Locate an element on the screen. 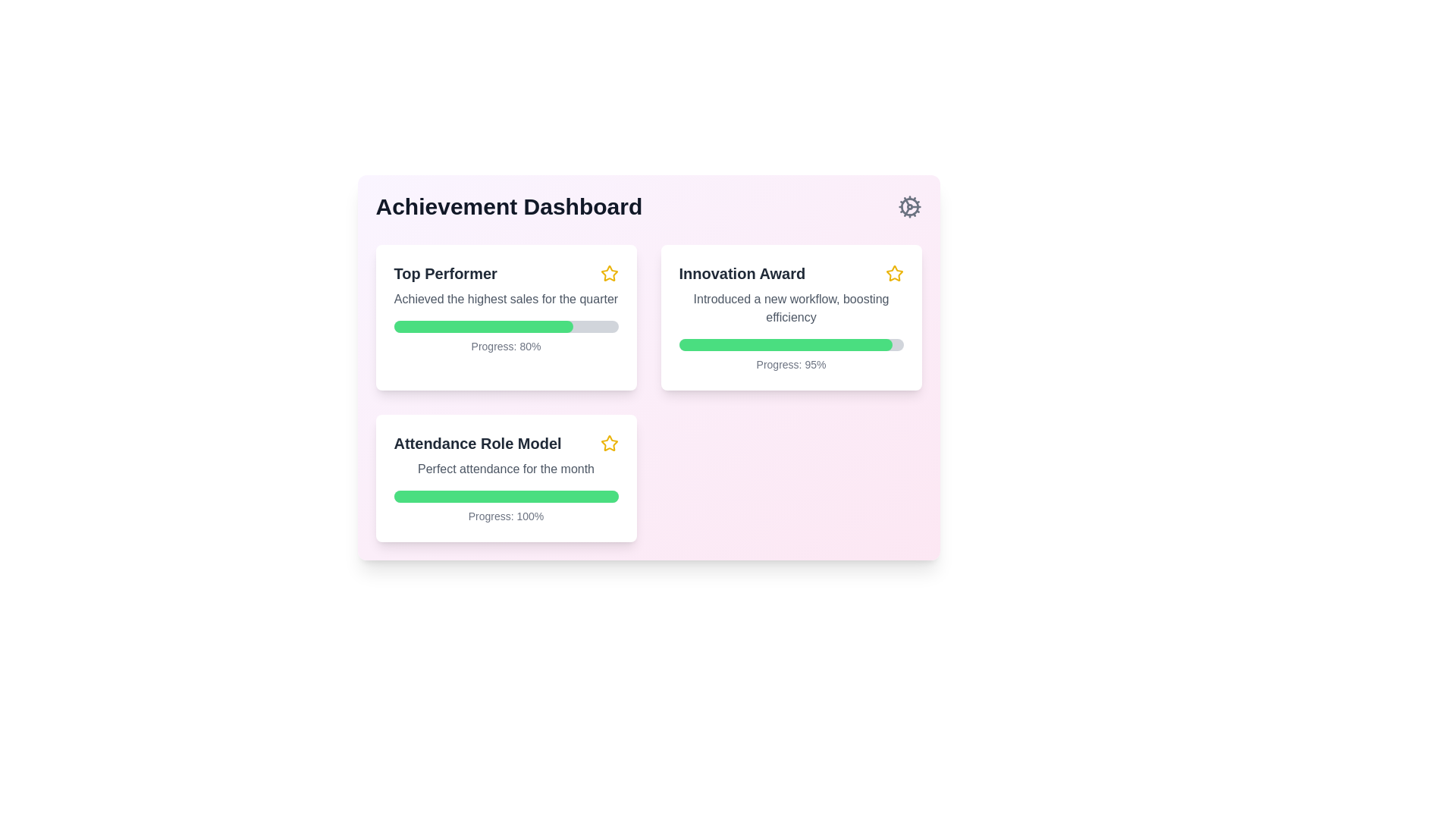 This screenshot has width=1456, height=819. the gear-shaped icon with a gray outline located at the top-right corner of the interface, adjacent to the title 'Achievement Dashboard' is located at coordinates (909, 207).